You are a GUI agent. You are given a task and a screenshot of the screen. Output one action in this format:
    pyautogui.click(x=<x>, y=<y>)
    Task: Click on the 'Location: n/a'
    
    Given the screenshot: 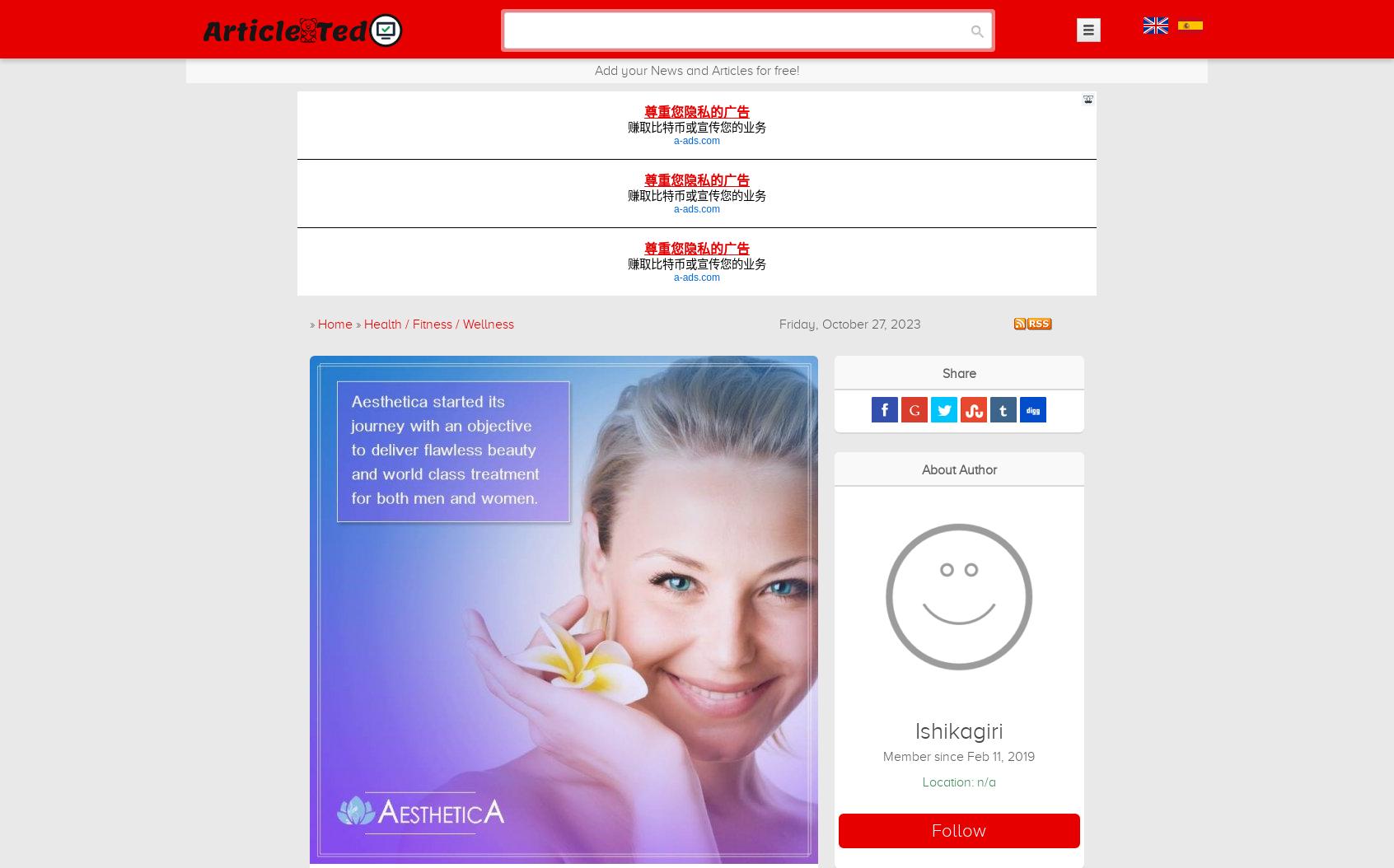 What is the action you would take?
    pyautogui.click(x=957, y=782)
    